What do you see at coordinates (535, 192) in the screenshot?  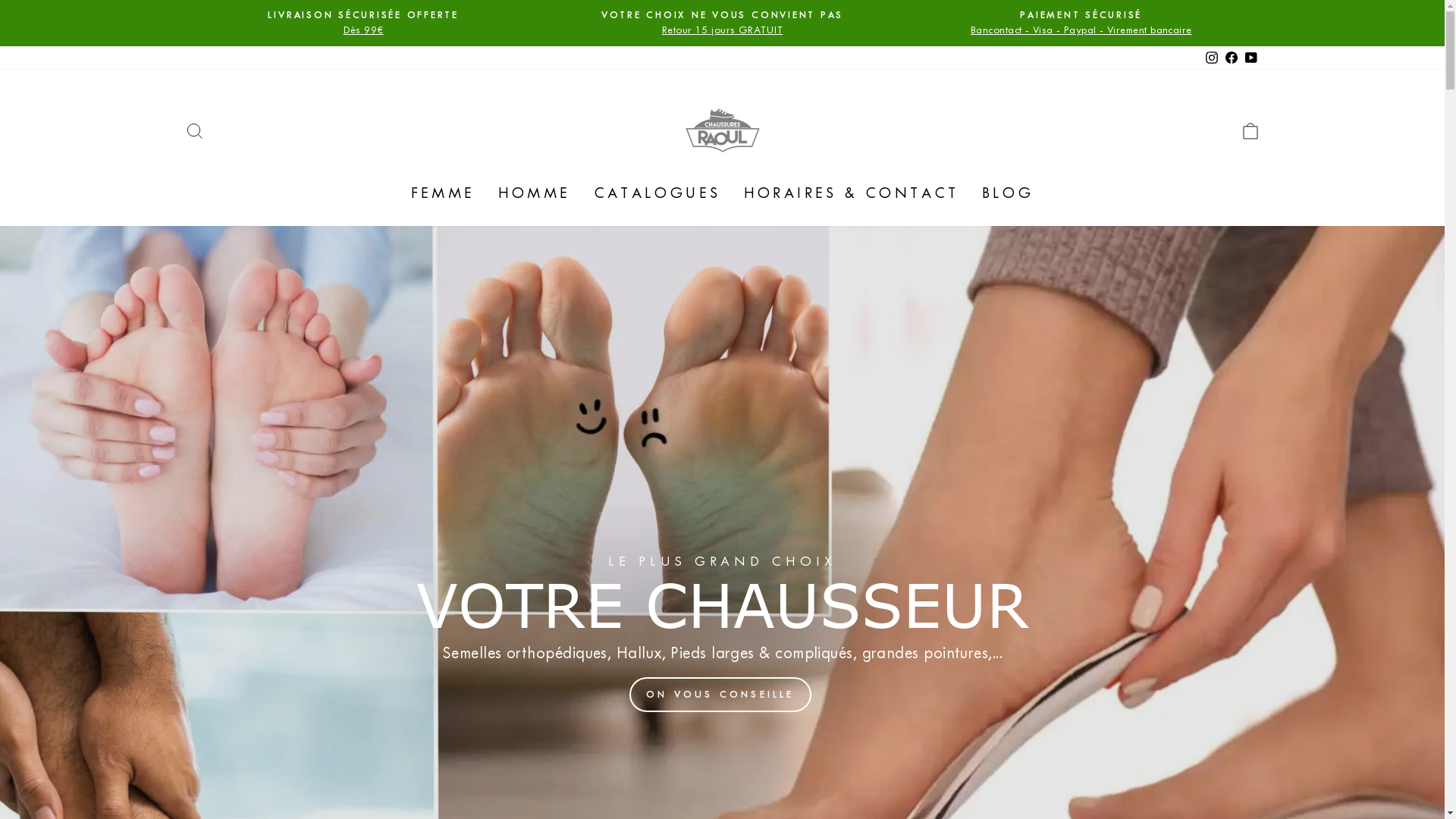 I see `'HOMME'` at bounding box center [535, 192].